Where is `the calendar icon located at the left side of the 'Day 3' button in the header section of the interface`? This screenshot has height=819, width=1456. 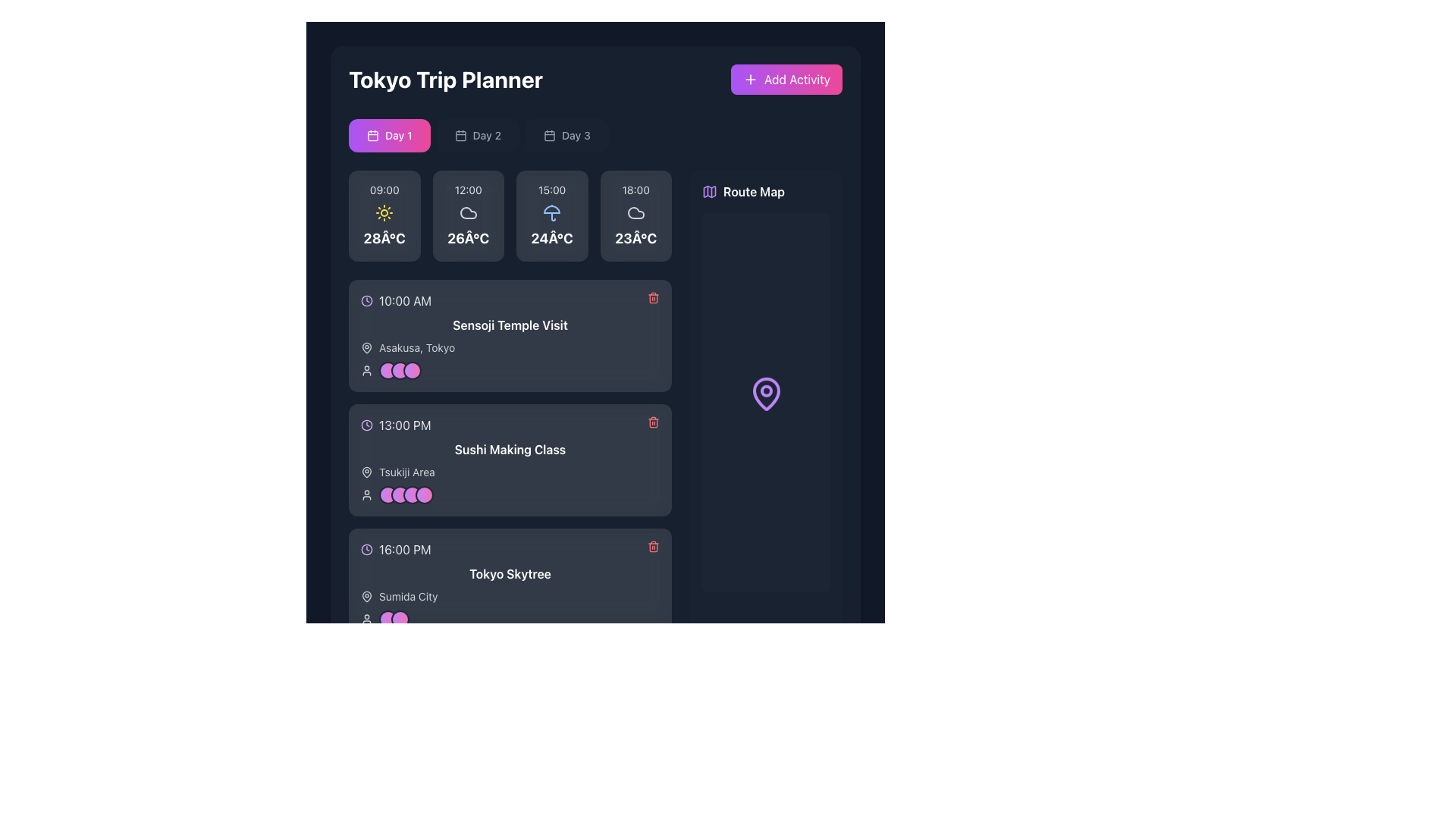
the calendar icon located at the left side of the 'Day 3' button in the header section of the interface is located at coordinates (548, 134).